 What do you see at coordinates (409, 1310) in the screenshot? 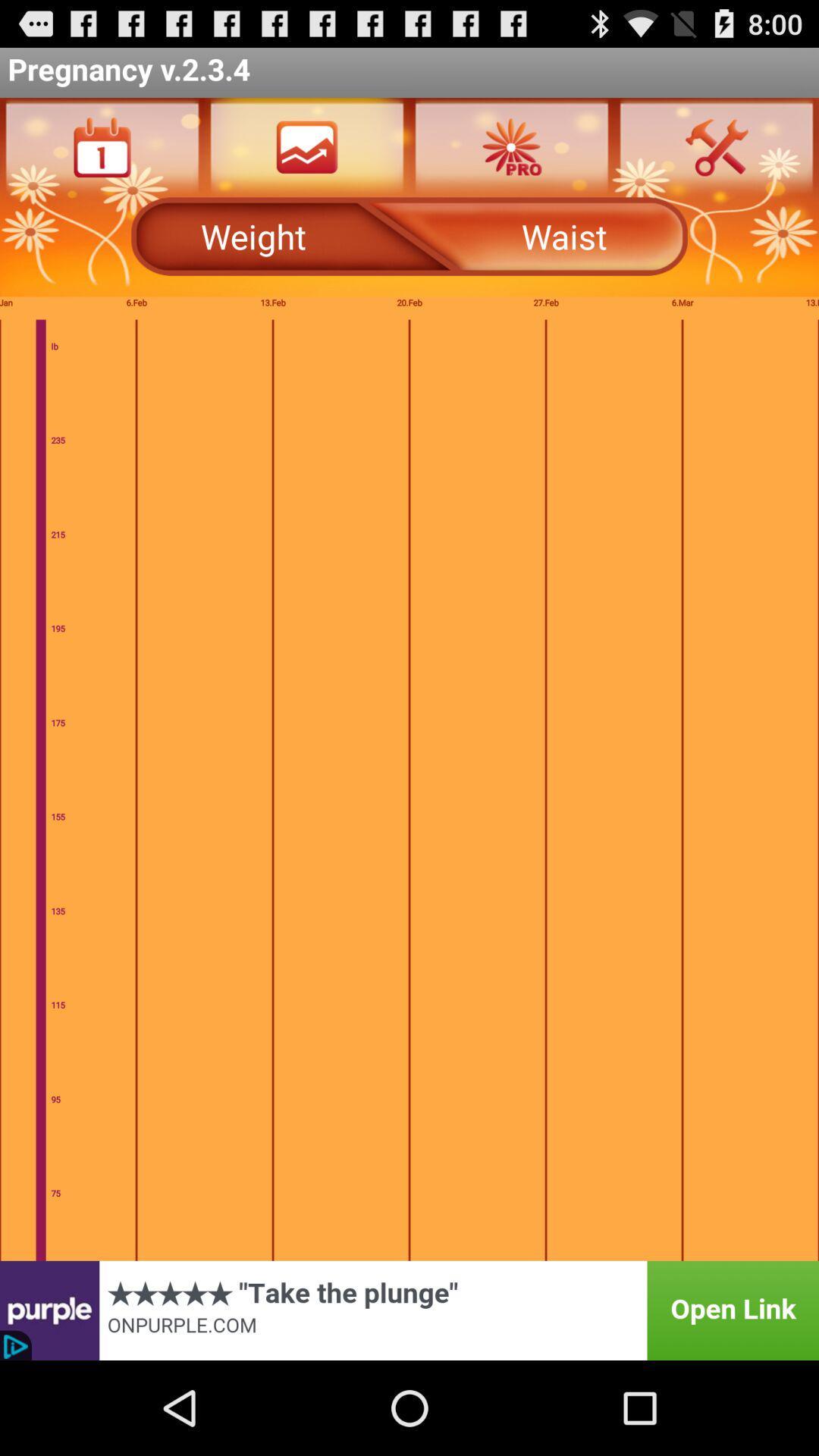
I see `advertisement` at bounding box center [409, 1310].